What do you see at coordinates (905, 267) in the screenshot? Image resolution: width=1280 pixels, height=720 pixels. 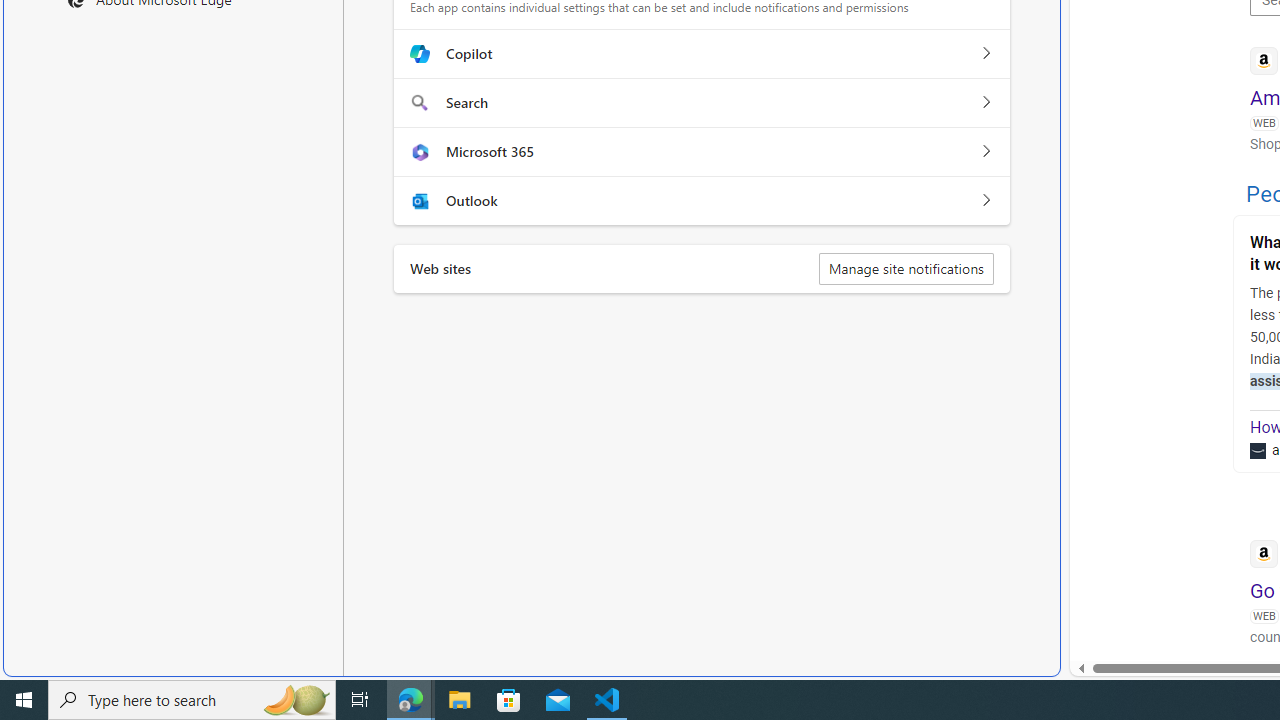 I see `'Manage site notifications'` at bounding box center [905, 267].